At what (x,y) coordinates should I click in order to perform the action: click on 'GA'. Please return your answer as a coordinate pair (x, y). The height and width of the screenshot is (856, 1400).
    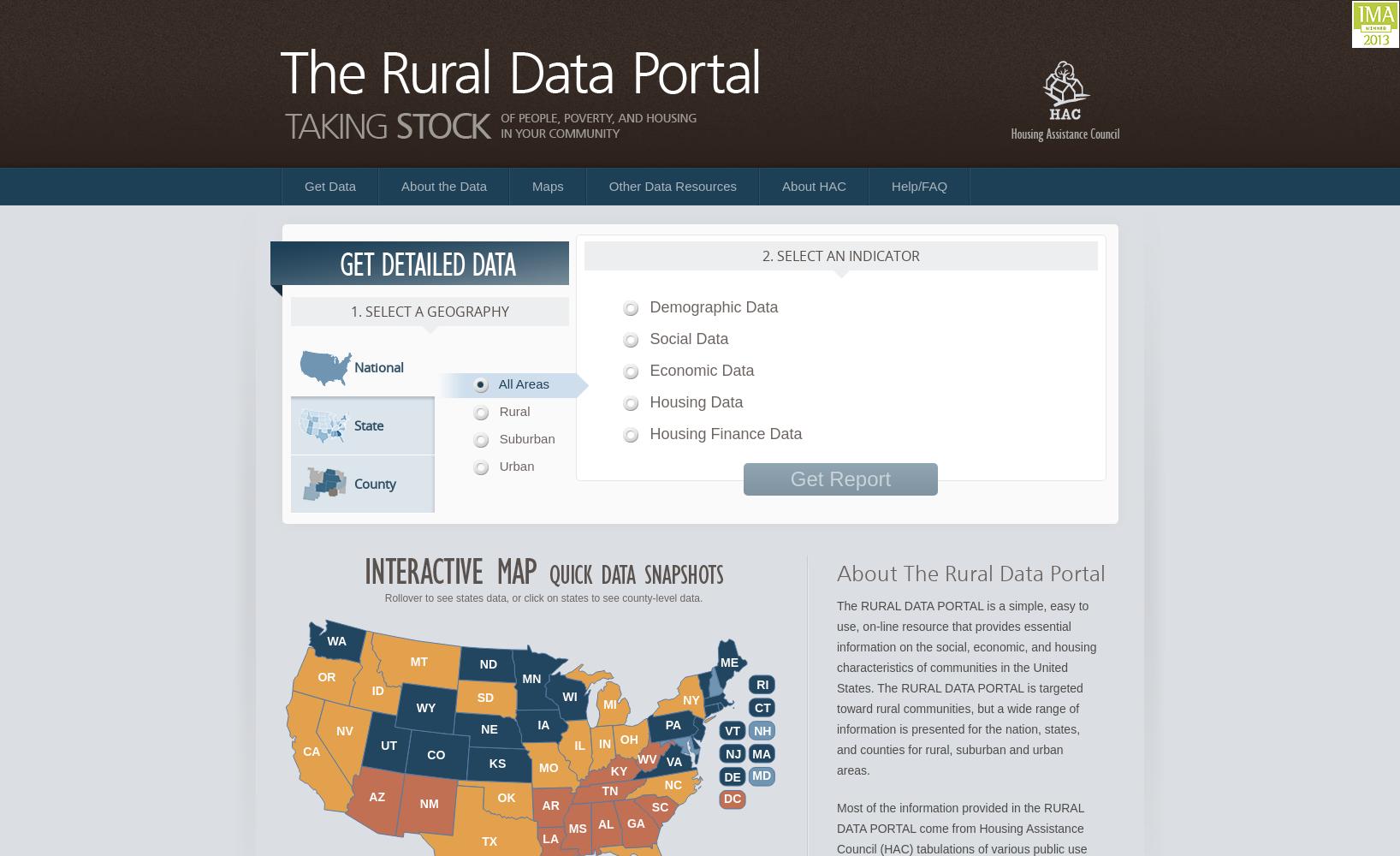
    Looking at the image, I should click on (635, 822).